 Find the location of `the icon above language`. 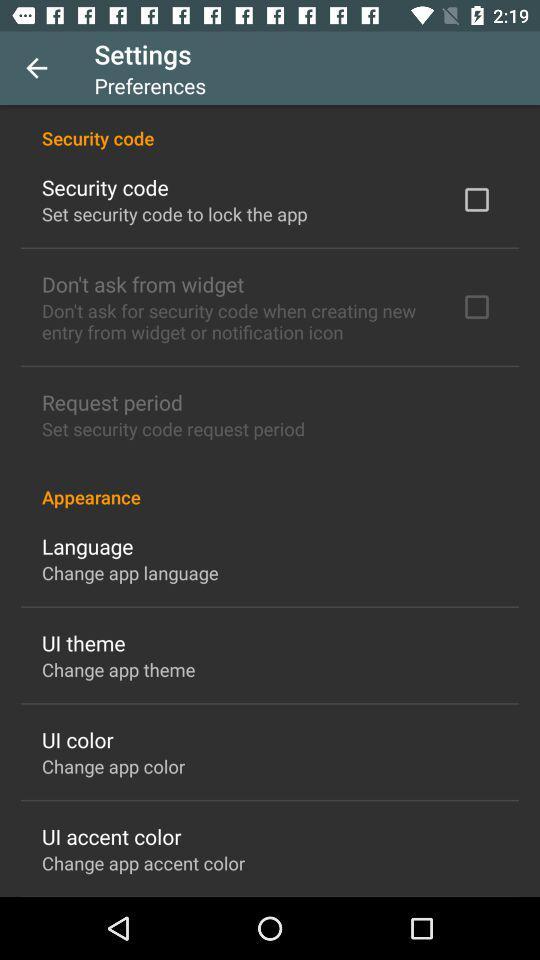

the icon above language is located at coordinates (270, 485).